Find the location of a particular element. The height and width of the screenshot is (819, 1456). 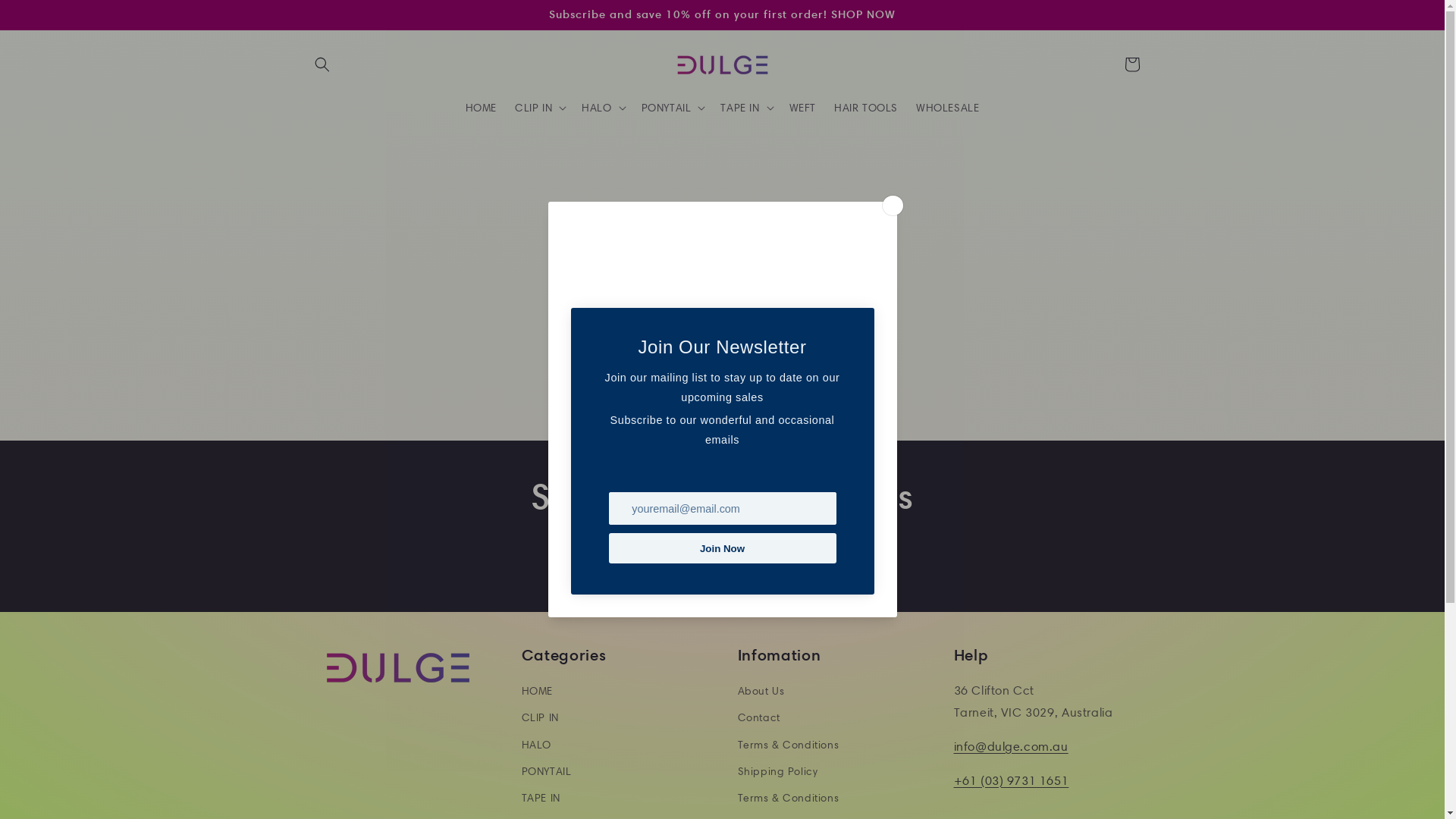

'Shipping Policy' is located at coordinates (736, 771).